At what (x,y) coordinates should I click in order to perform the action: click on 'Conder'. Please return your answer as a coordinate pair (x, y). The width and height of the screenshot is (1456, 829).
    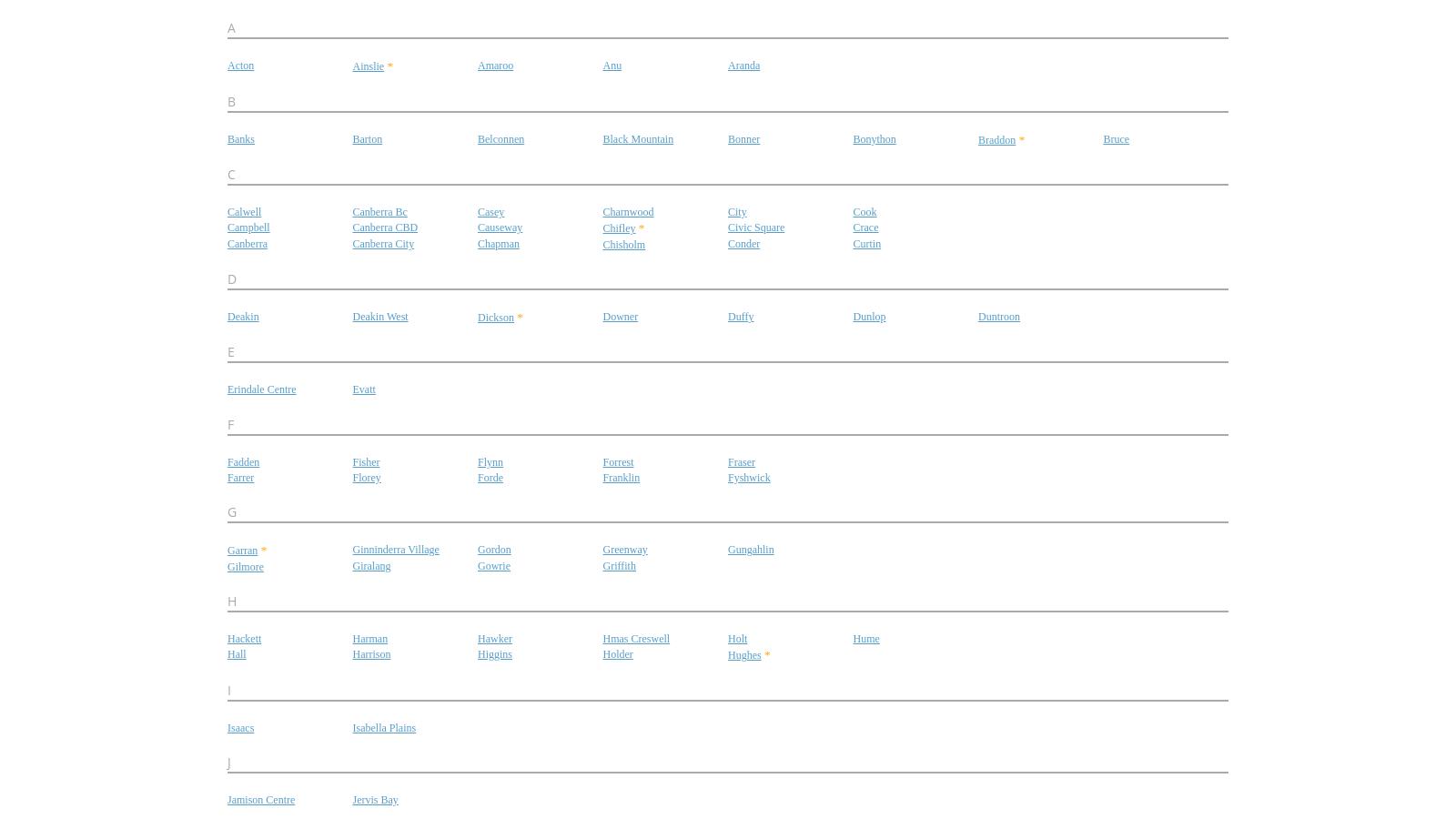
    Looking at the image, I should click on (743, 242).